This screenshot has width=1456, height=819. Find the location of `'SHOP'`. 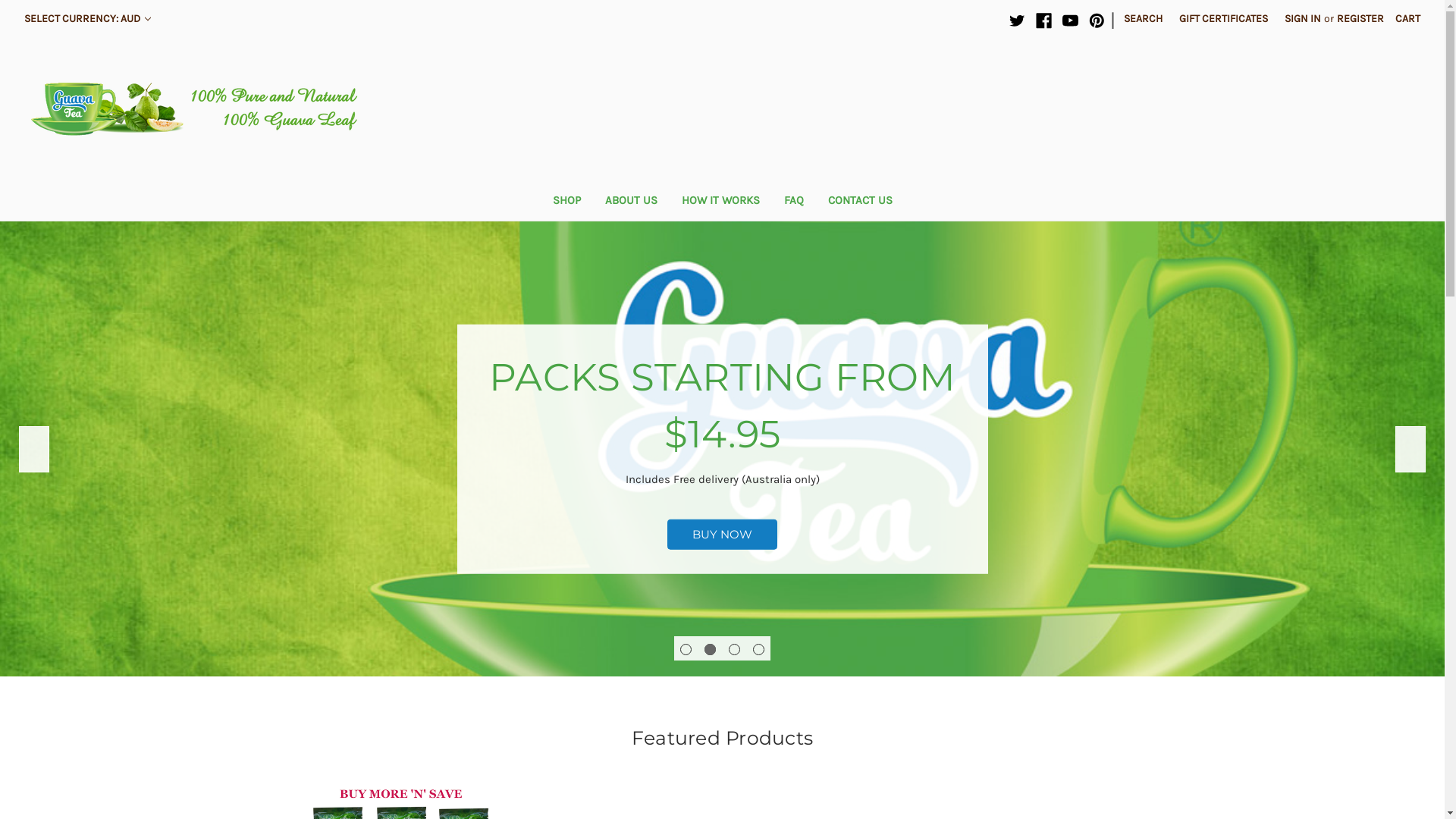

'SHOP' is located at coordinates (565, 201).